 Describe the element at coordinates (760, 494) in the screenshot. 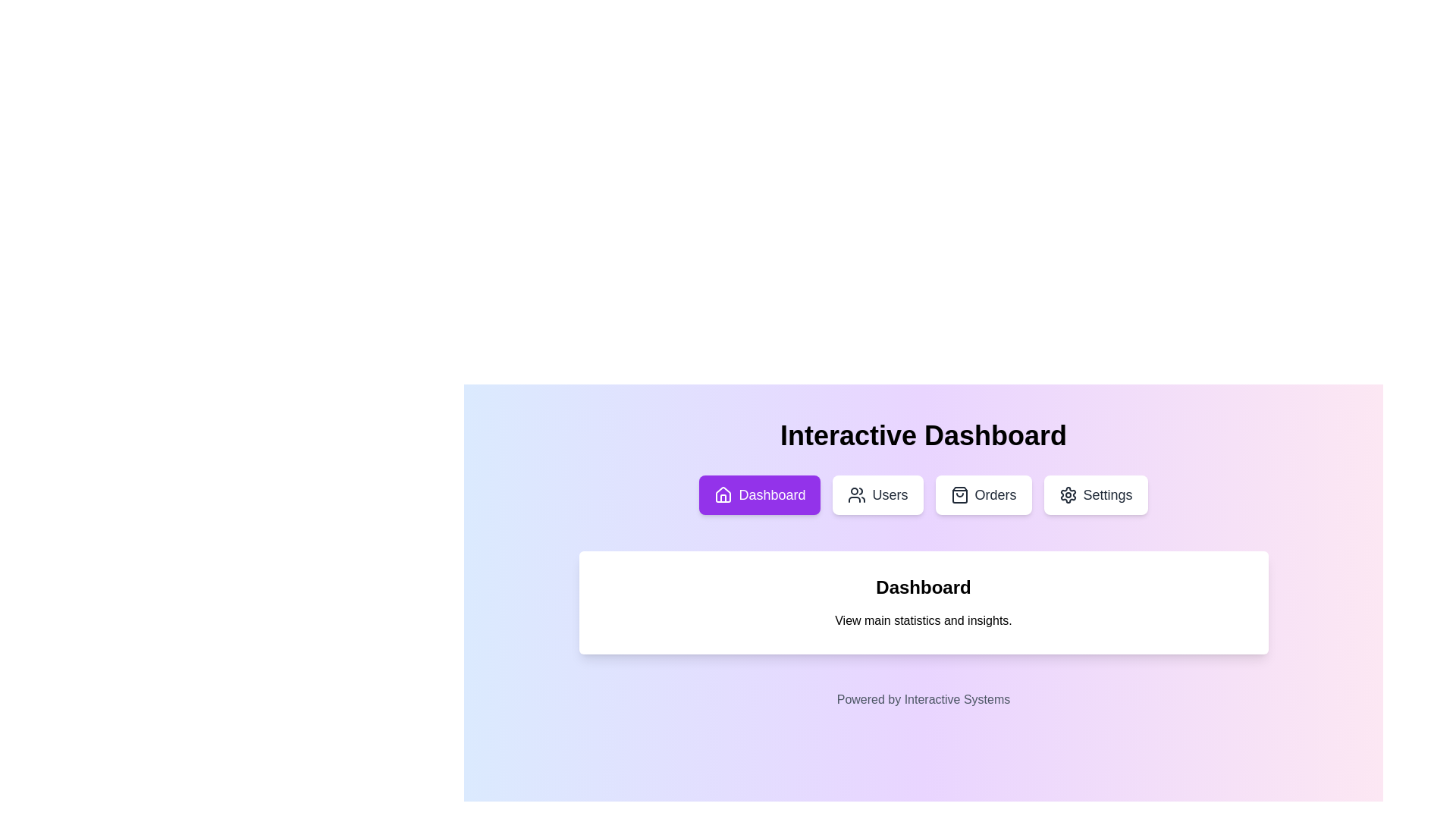

I see `the 'Dashboard' button with a house icon, which has a purple background and white text, to observe a scaling animation` at that location.